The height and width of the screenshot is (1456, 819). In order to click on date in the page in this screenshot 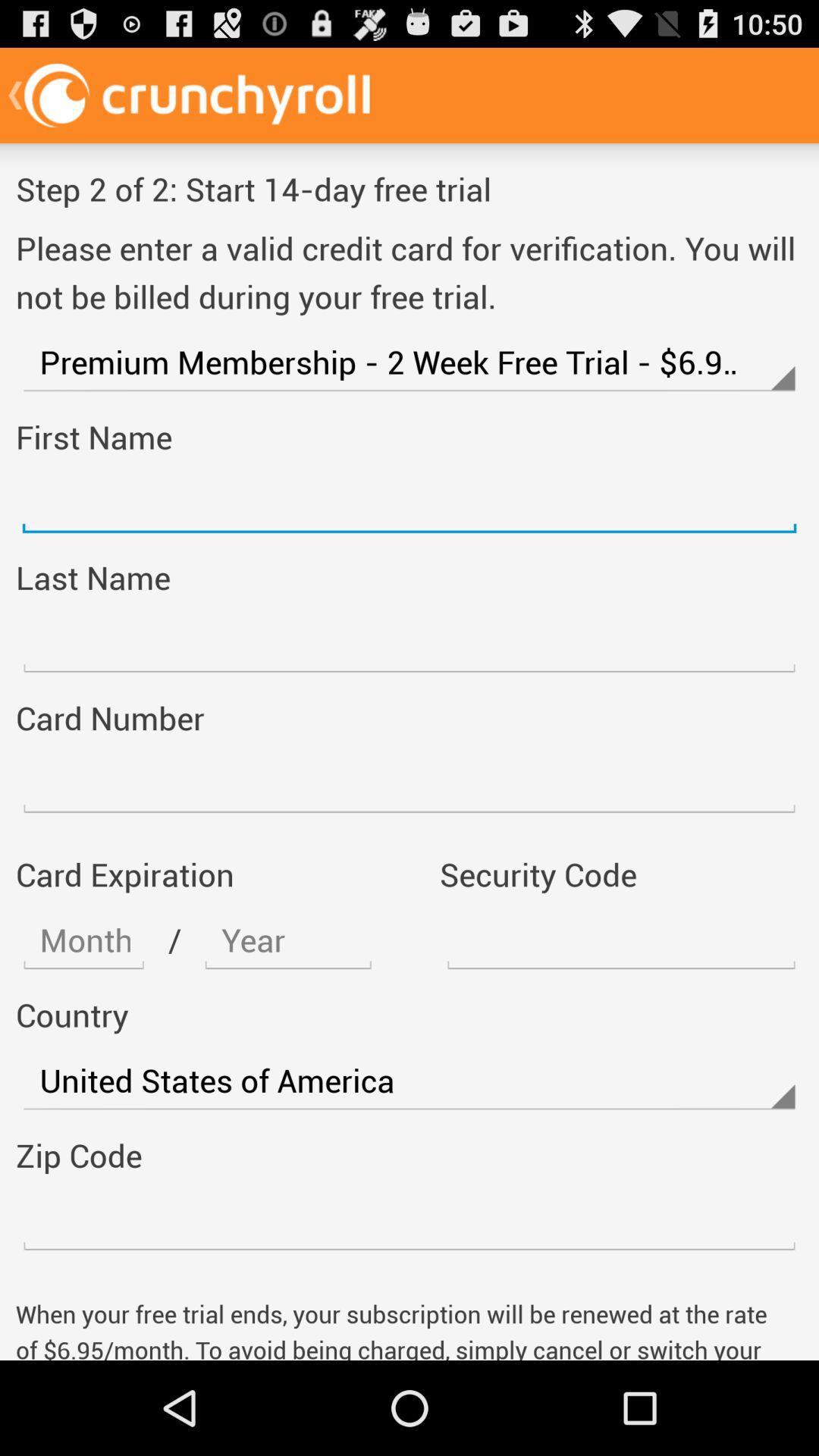, I will do `click(288, 940)`.